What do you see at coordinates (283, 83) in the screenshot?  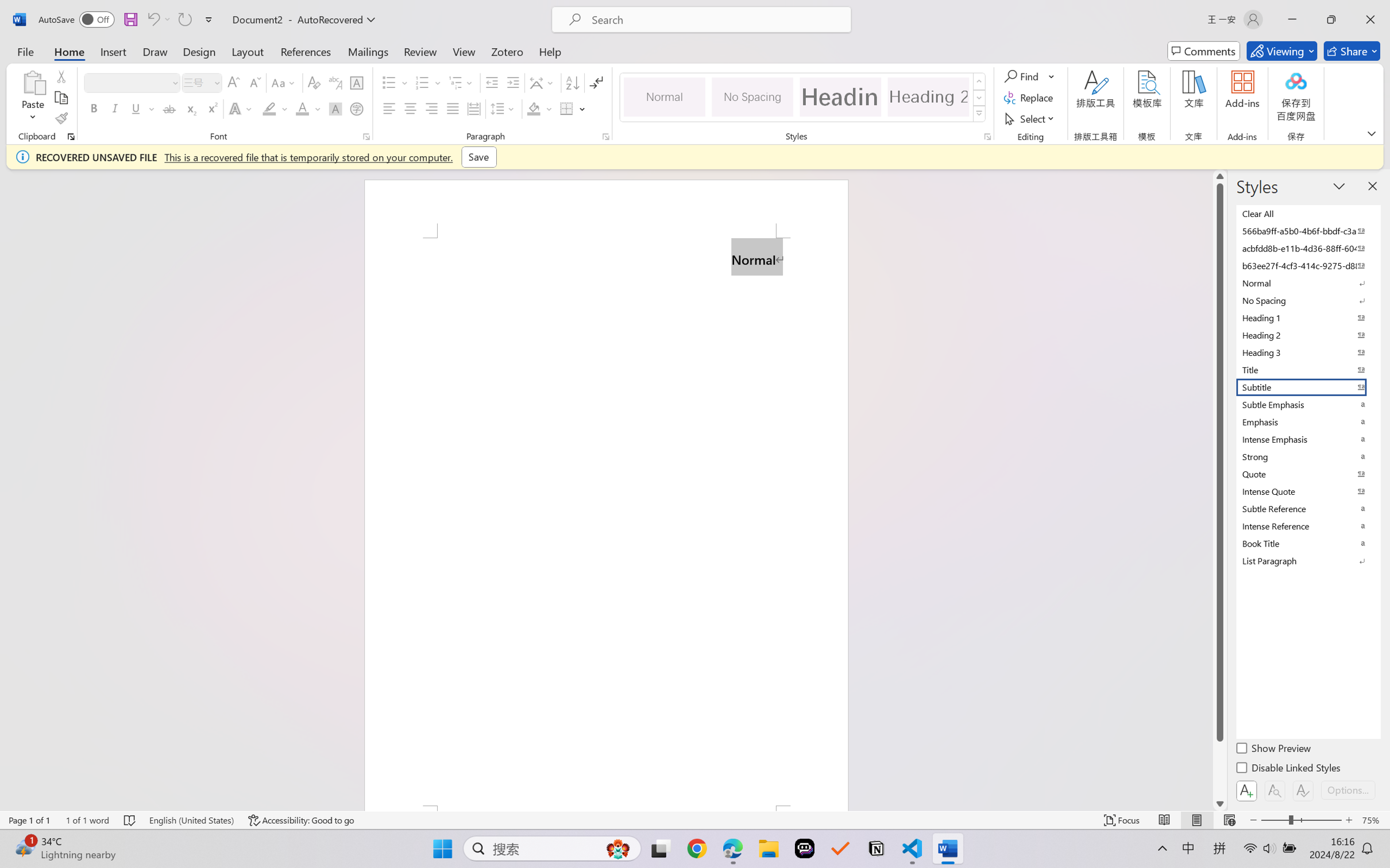 I see `'Change Case'` at bounding box center [283, 83].